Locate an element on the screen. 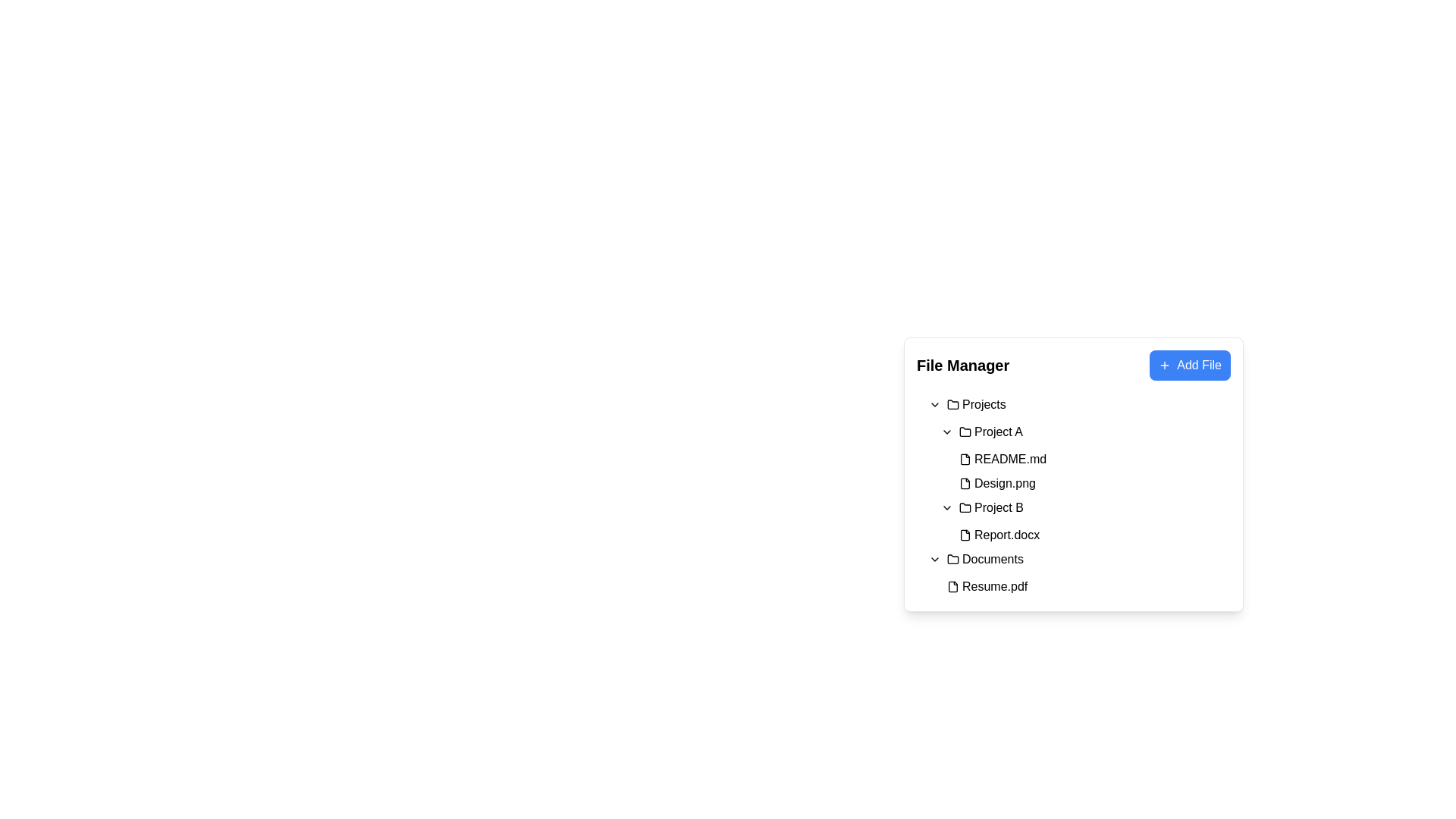  the 'README.md' text label with associated icon located is located at coordinates (1003, 458).